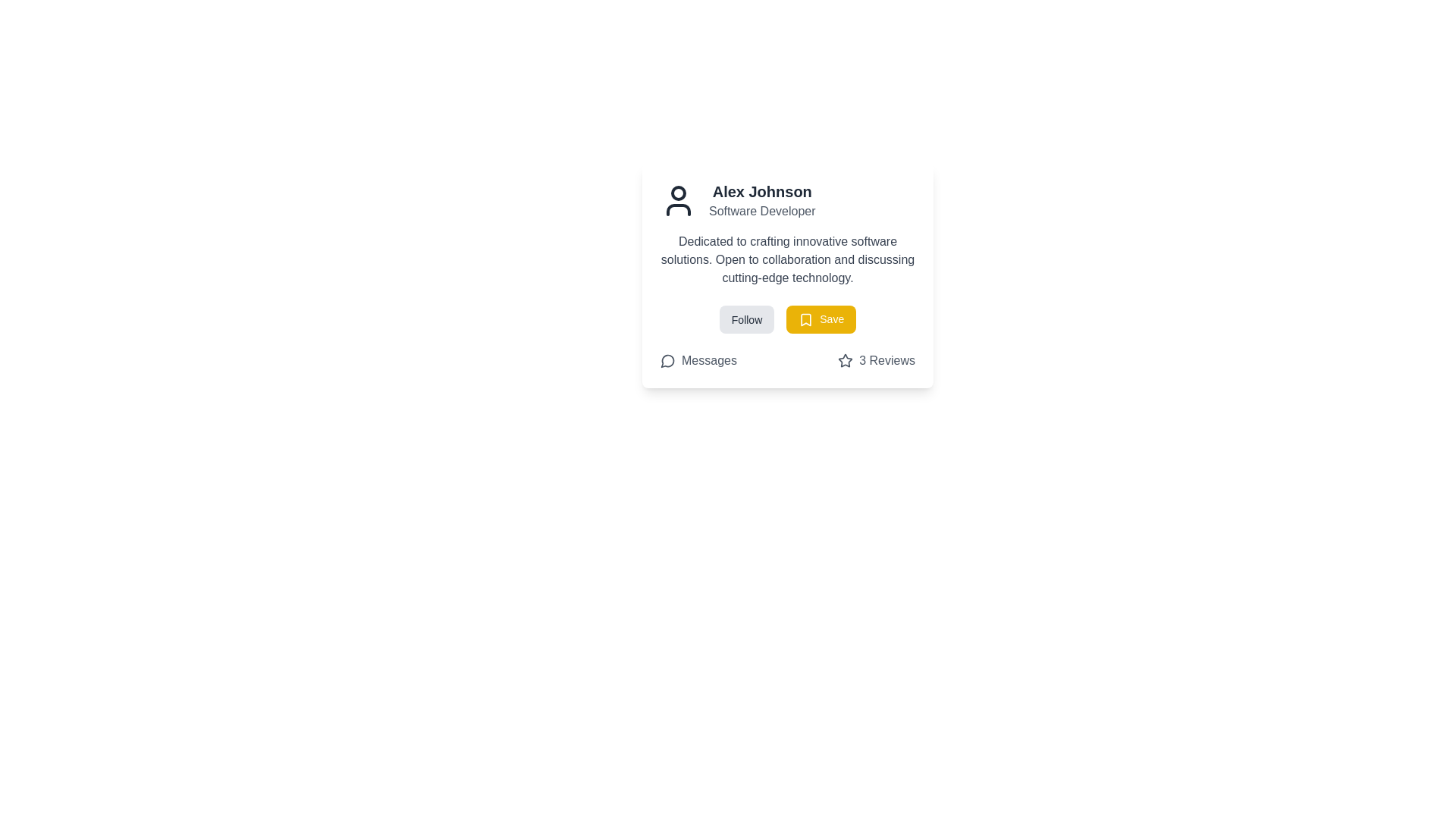 The height and width of the screenshot is (819, 1456). Describe the element at coordinates (821, 318) in the screenshot. I see `the save button, which is the second button in a horizontal group located to the right of a gray 'Follow' button, to activate visual feedback` at that location.